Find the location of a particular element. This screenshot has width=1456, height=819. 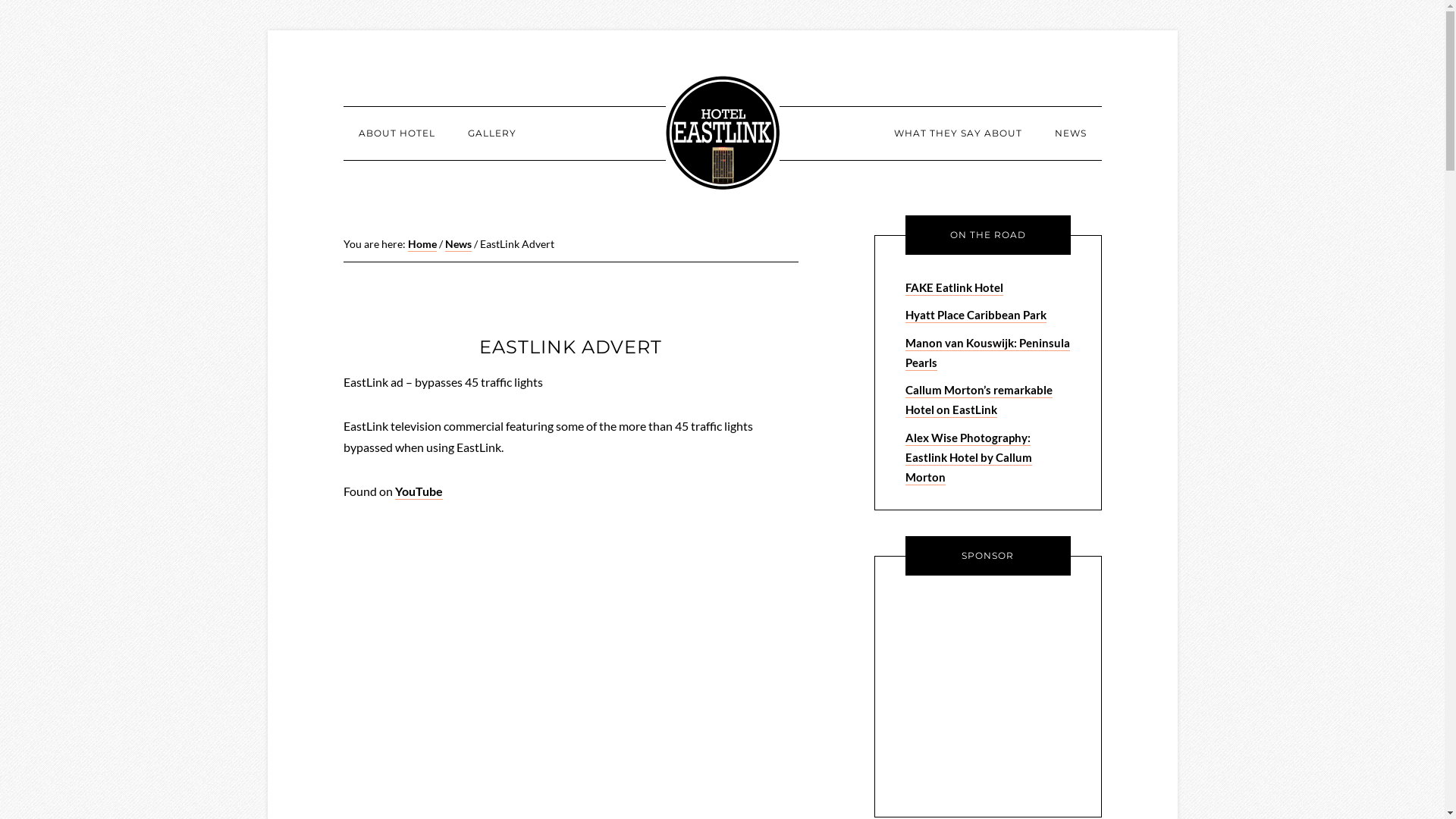

'Manon van Kouswijk: Peninsula Pearls' is located at coordinates (905, 353).